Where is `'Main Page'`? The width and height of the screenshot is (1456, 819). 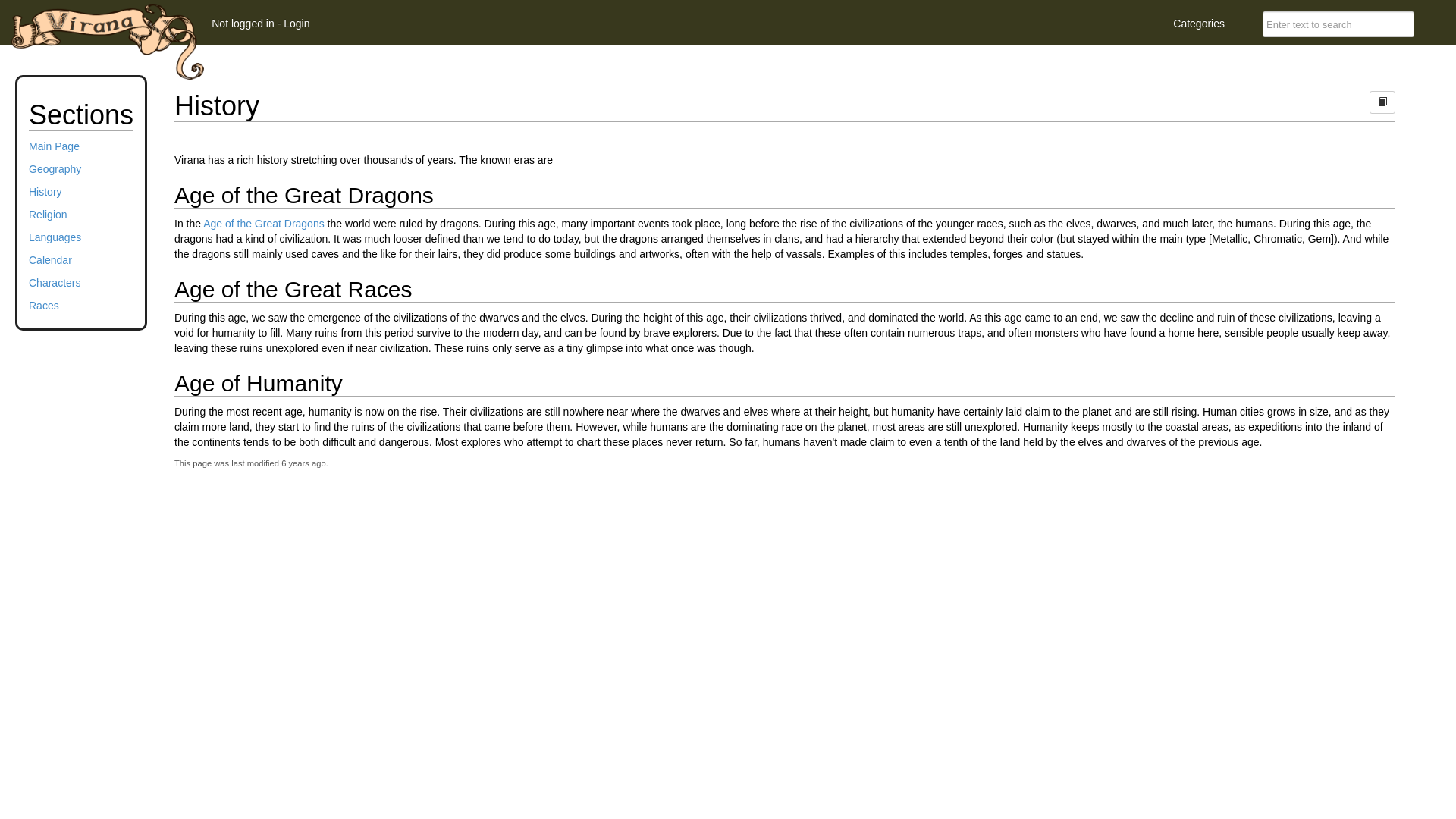
'Main Page' is located at coordinates (54, 146).